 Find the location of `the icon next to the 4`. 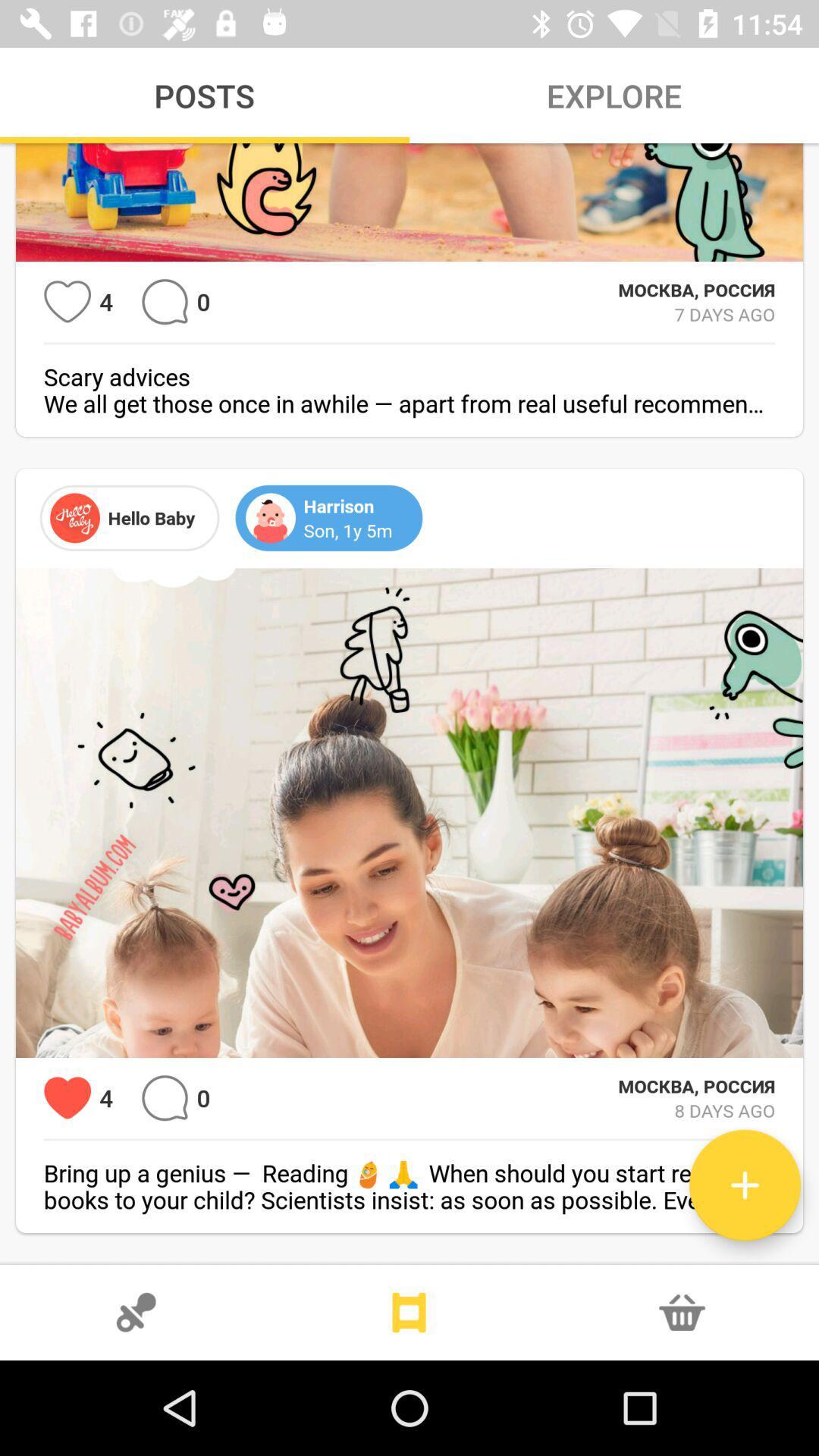

the icon next to the 4 is located at coordinates (67, 1098).